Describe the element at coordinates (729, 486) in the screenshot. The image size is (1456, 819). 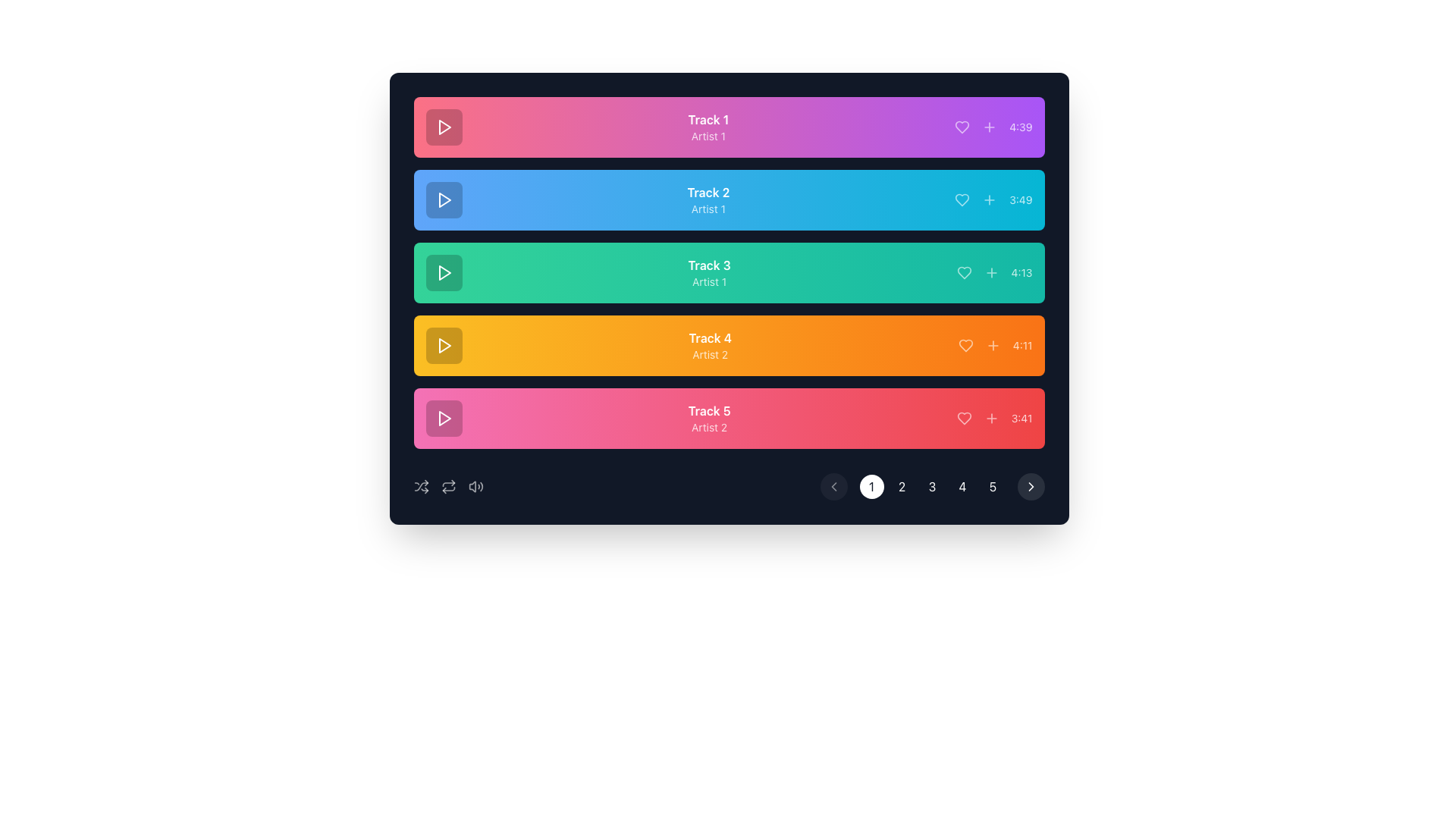
I see `the pagination control at the bottom of the music track list, which includes navigational arrows and page numbers for visual feedback` at that location.